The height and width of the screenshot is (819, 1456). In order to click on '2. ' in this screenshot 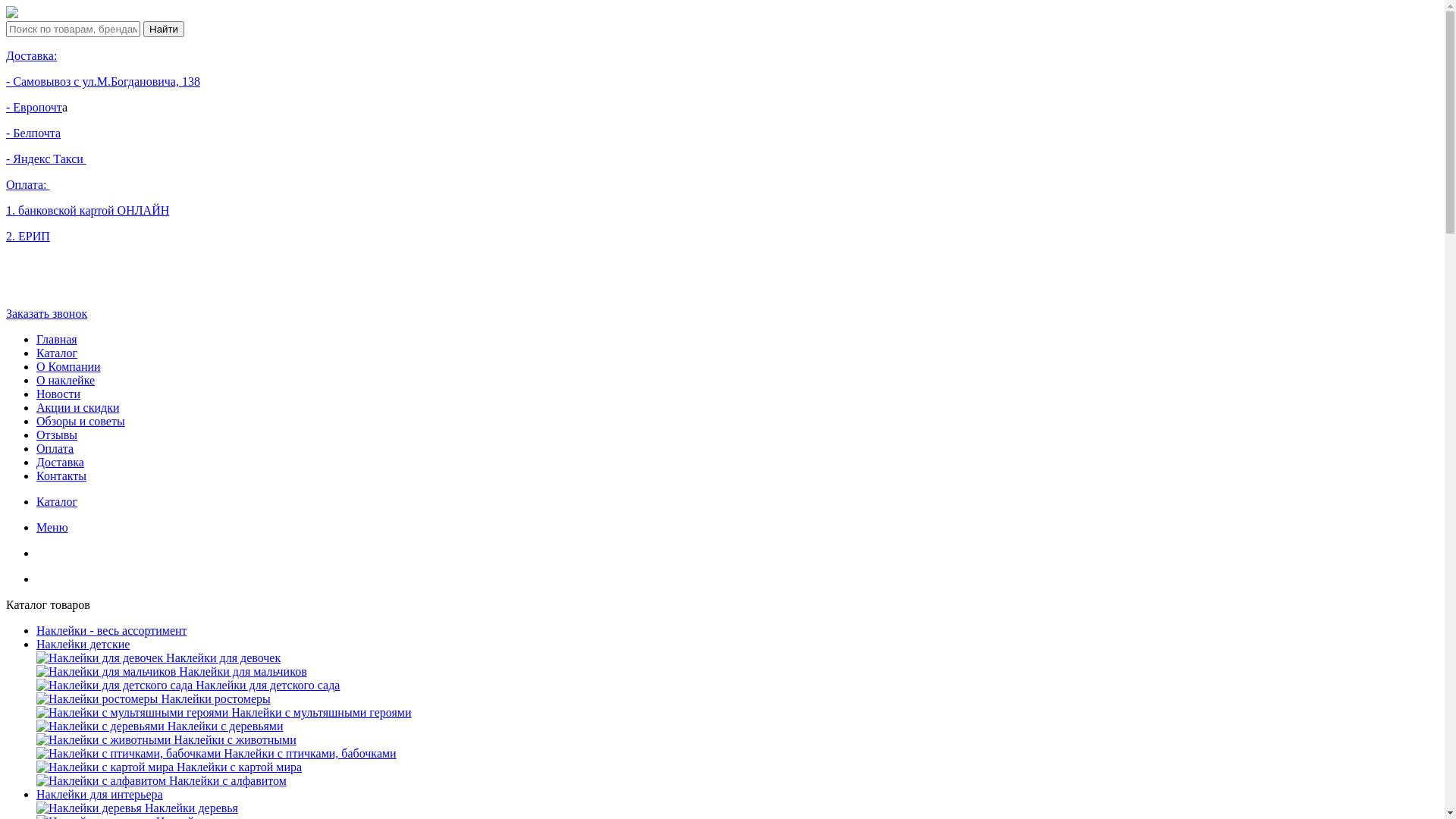, I will do `click(11, 236)`.